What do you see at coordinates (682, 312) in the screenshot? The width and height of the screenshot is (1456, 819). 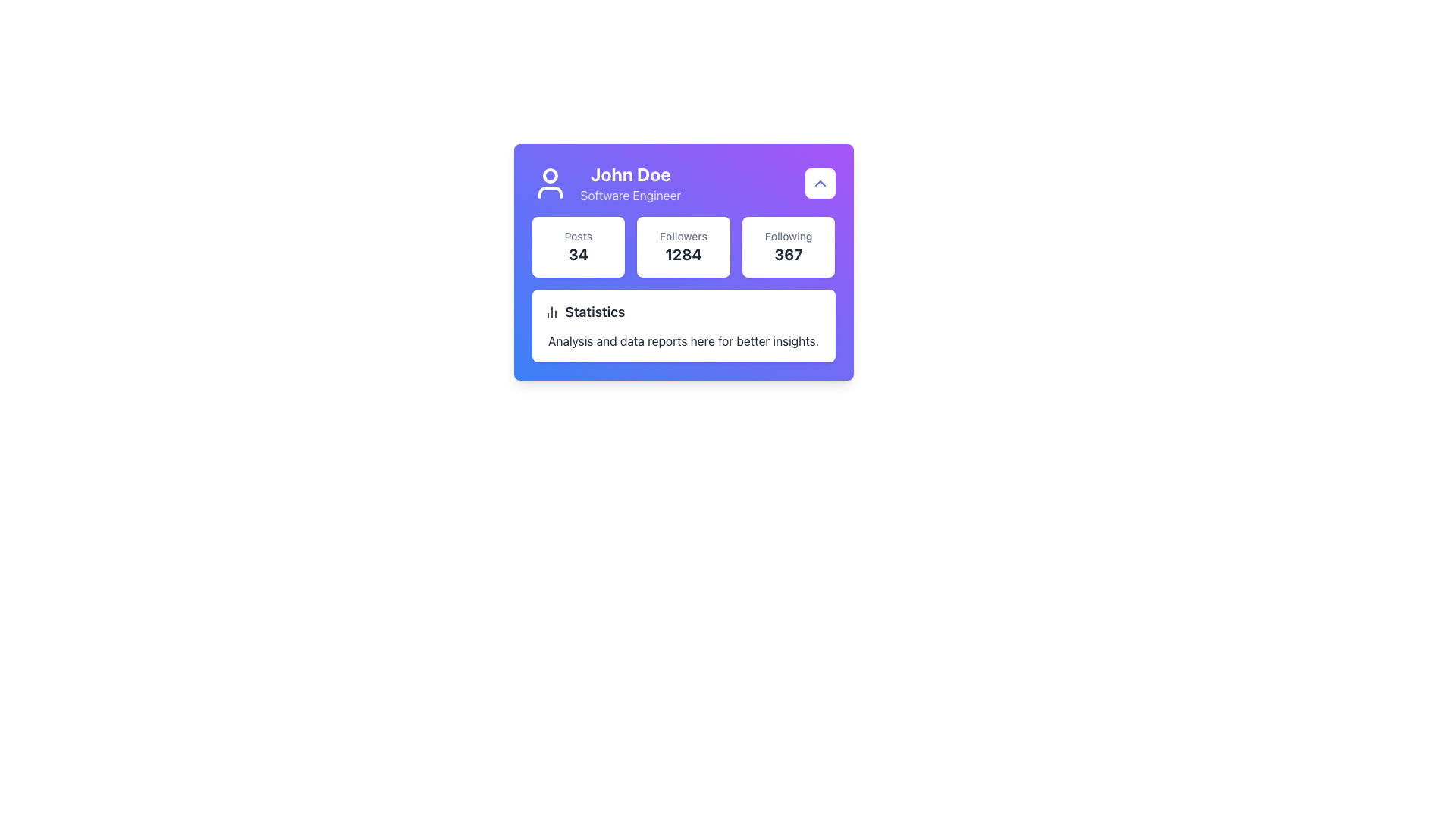 I see `'Statistics' text label with the bar chart icon for styling details` at bounding box center [682, 312].